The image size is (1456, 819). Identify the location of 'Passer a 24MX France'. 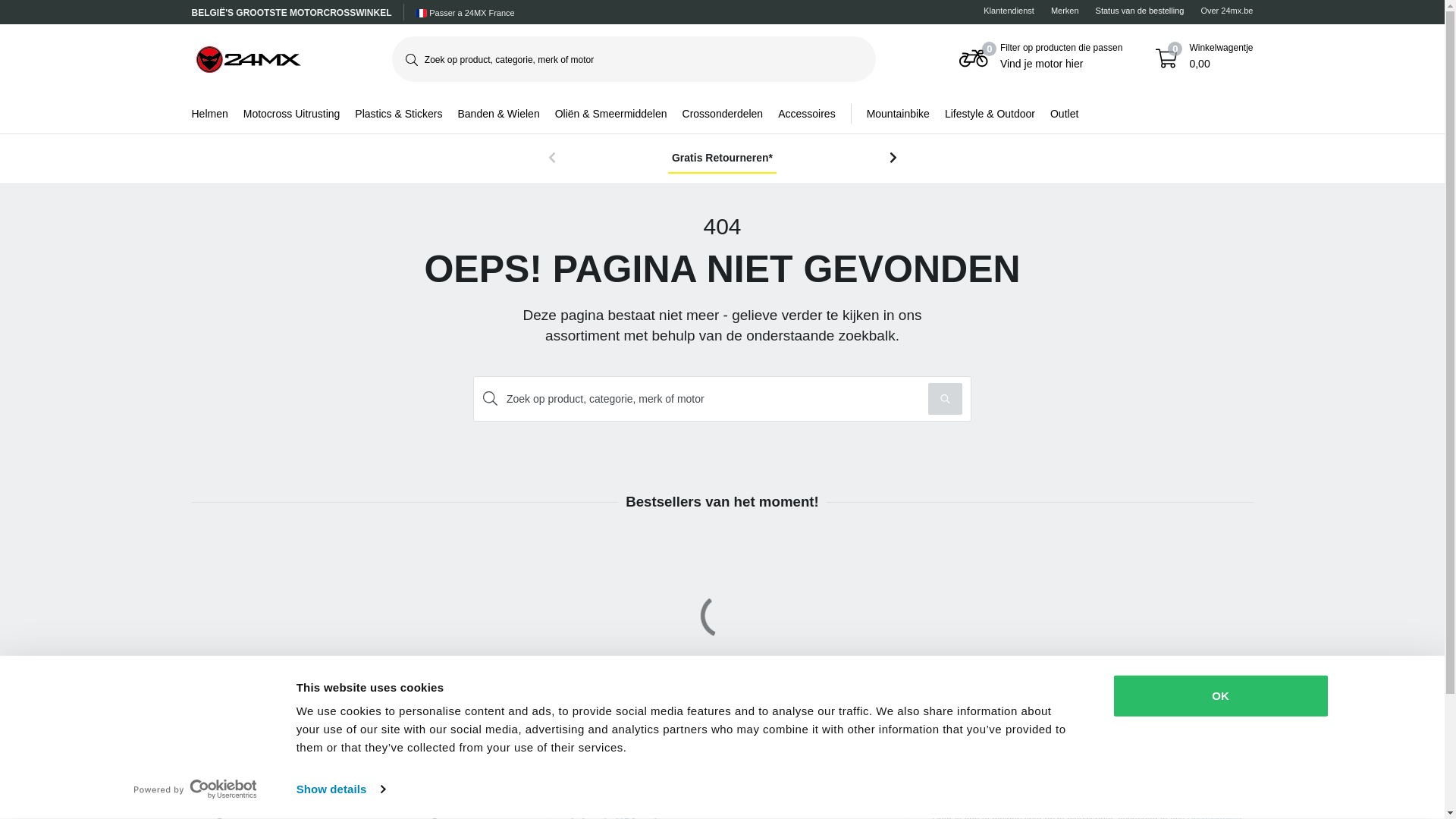
(464, 13).